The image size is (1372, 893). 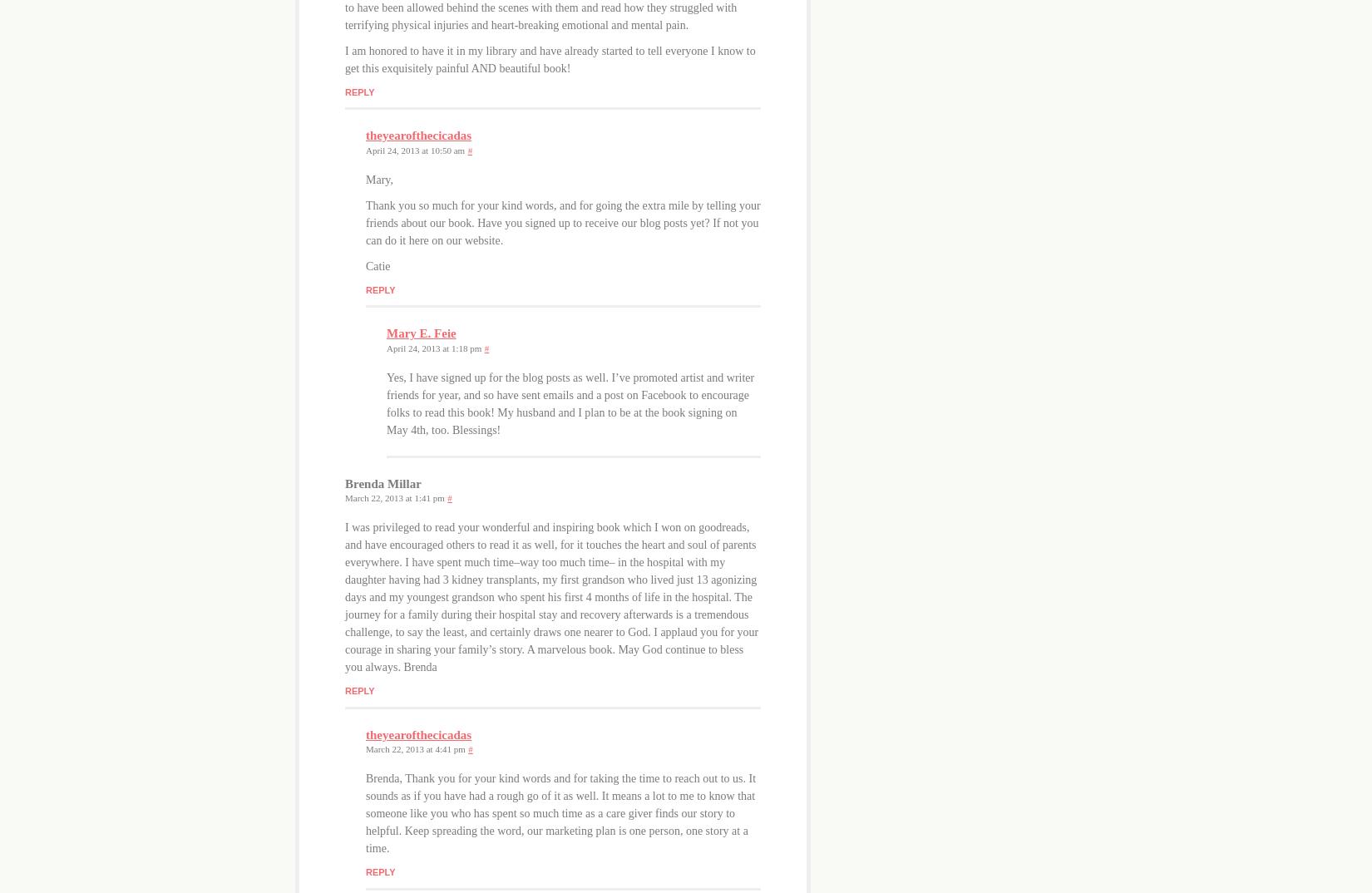 What do you see at coordinates (343, 58) in the screenshot?
I see `'I am honored to have it in my library and have already started to tell everyone I know to get this exquisitely painful AND beautiful book!'` at bounding box center [343, 58].